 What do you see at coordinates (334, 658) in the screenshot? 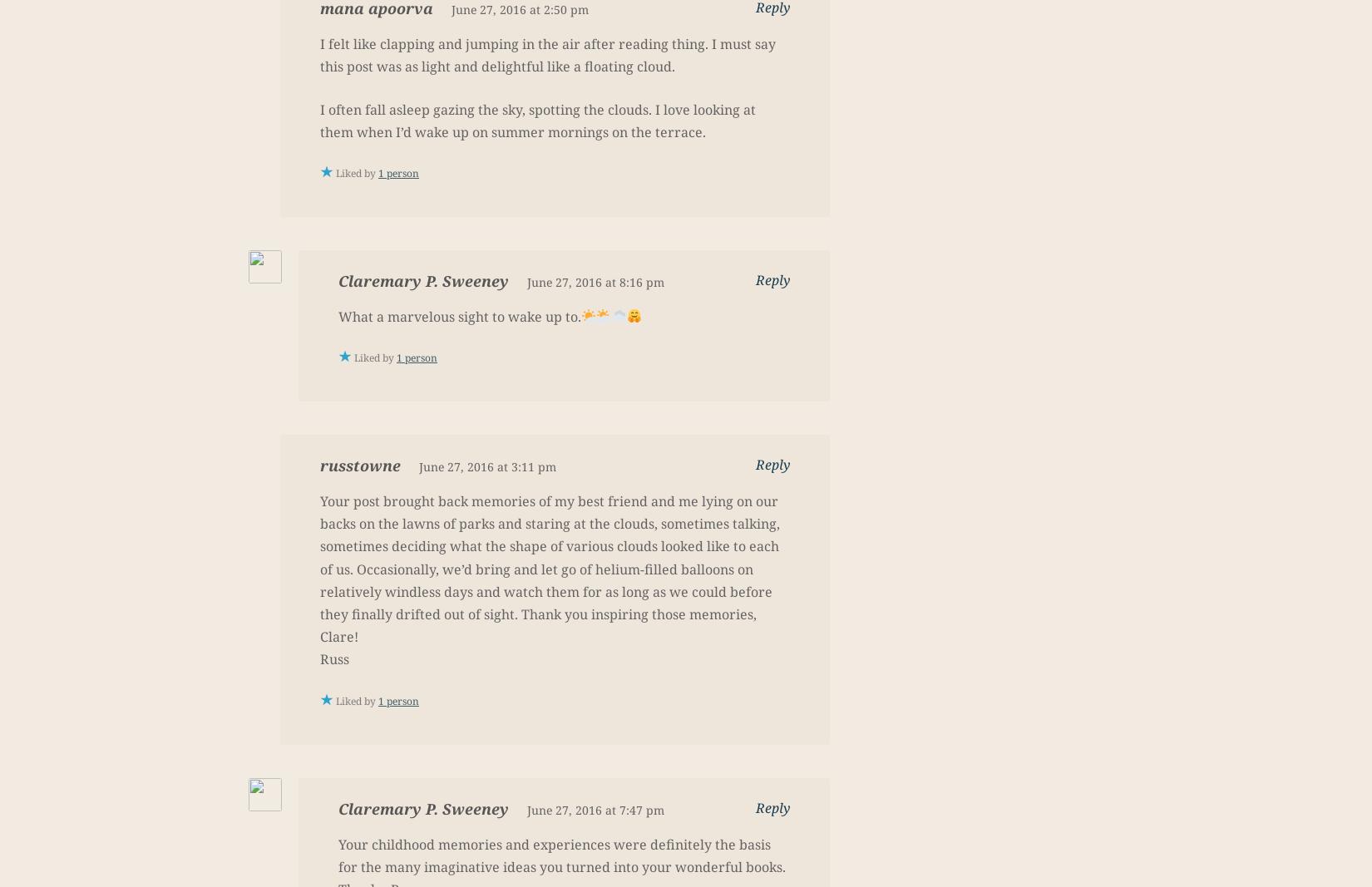
I see `'Russ'` at bounding box center [334, 658].